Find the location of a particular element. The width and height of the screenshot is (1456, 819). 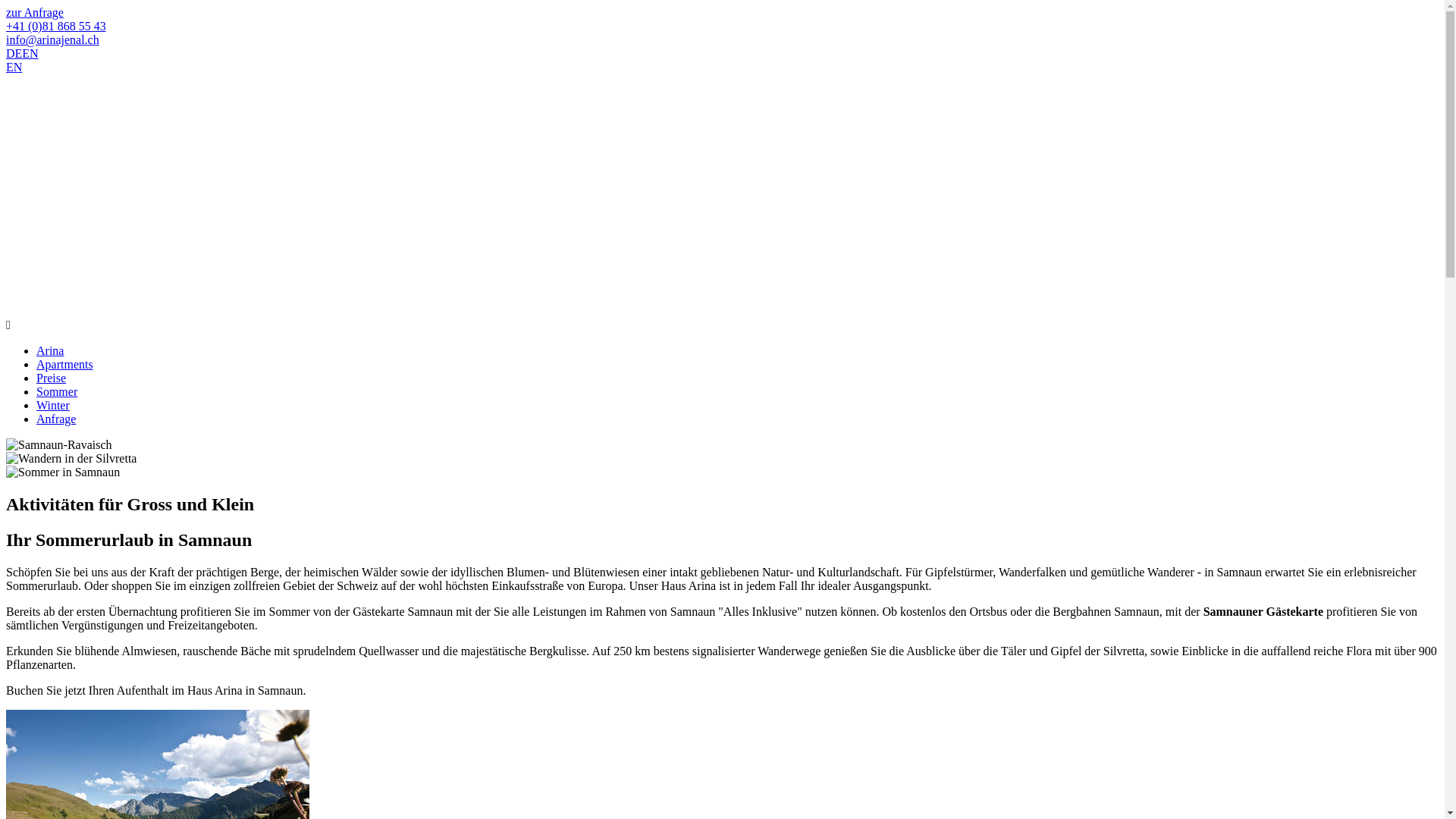

'Sommer' is located at coordinates (57, 391).